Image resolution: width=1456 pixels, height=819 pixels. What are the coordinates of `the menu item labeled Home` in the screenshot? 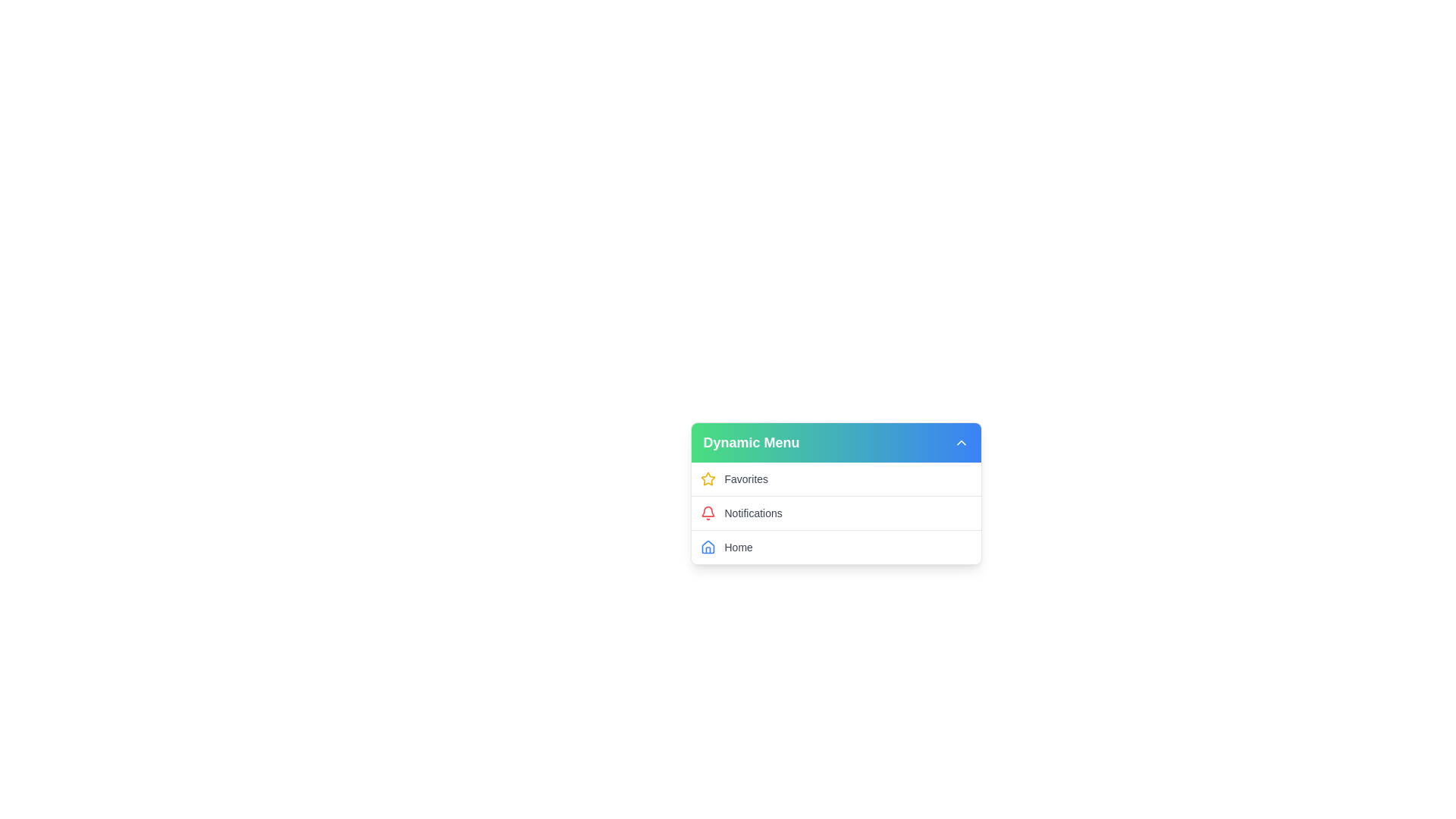 It's located at (835, 547).